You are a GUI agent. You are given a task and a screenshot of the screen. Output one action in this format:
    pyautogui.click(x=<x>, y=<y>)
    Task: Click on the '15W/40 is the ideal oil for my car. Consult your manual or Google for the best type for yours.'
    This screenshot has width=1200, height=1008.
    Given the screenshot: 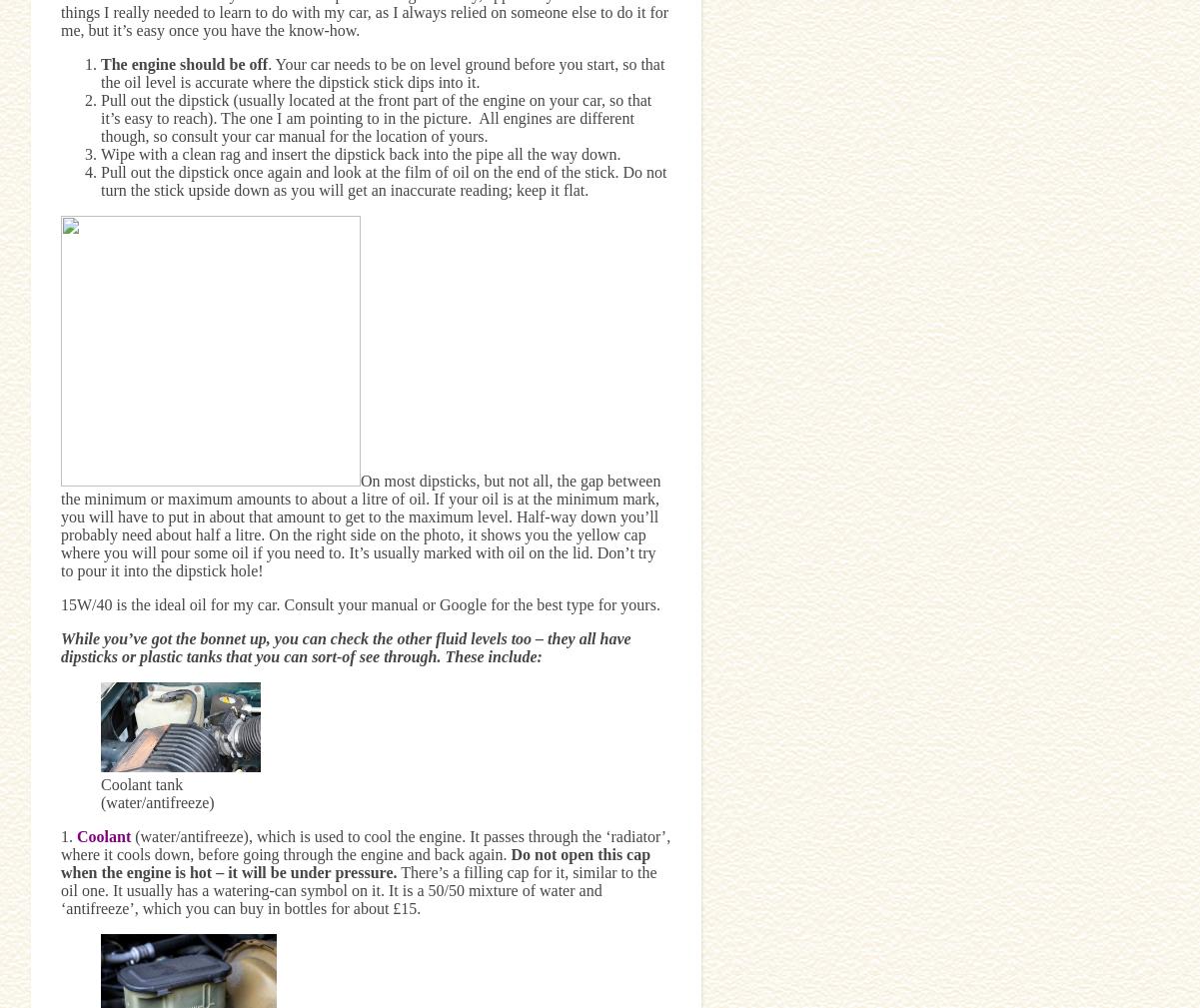 What is the action you would take?
    pyautogui.click(x=61, y=603)
    